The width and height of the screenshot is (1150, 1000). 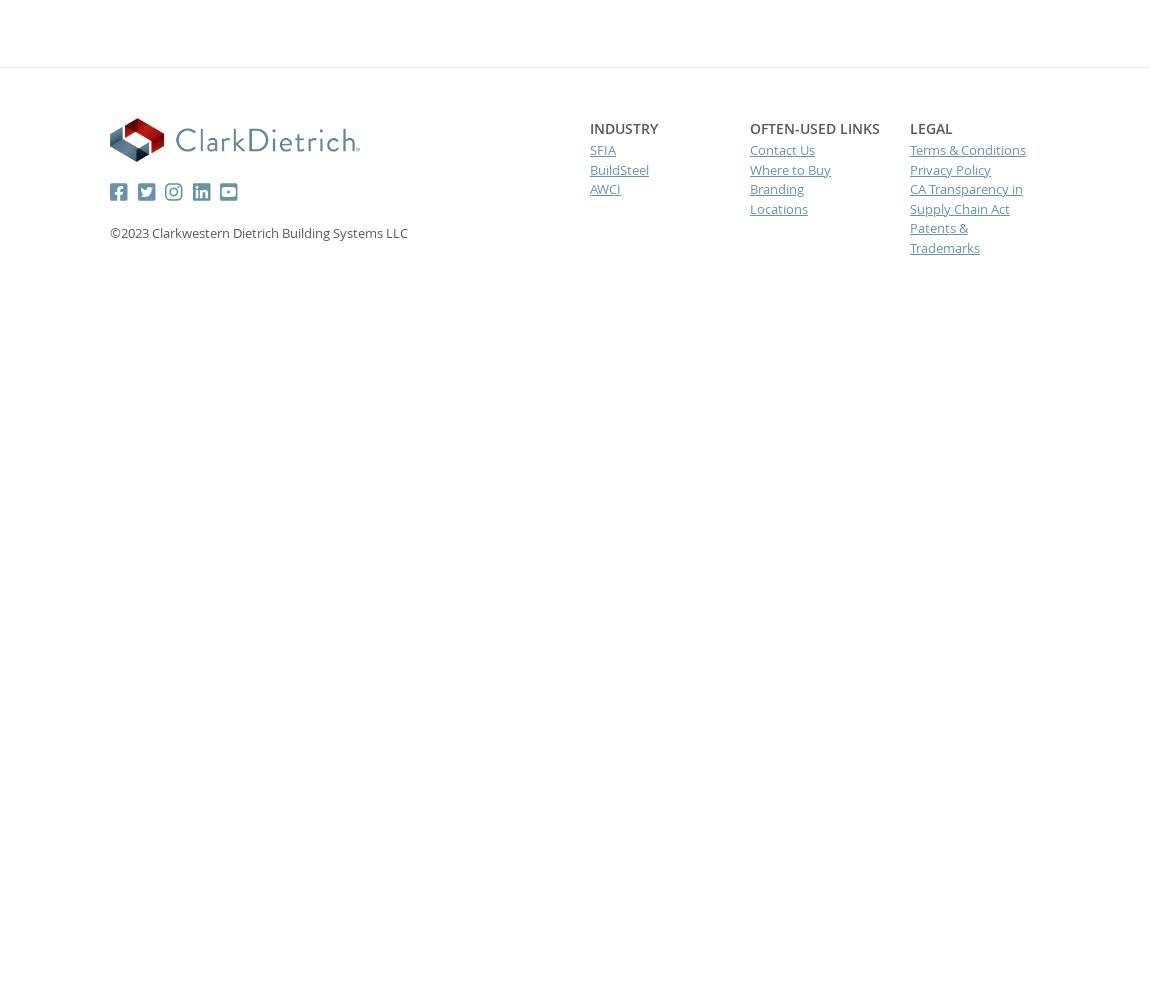 What do you see at coordinates (618, 169) in the screenshot?
I see `'BuildSteel'` at bounding box center [618, 169].